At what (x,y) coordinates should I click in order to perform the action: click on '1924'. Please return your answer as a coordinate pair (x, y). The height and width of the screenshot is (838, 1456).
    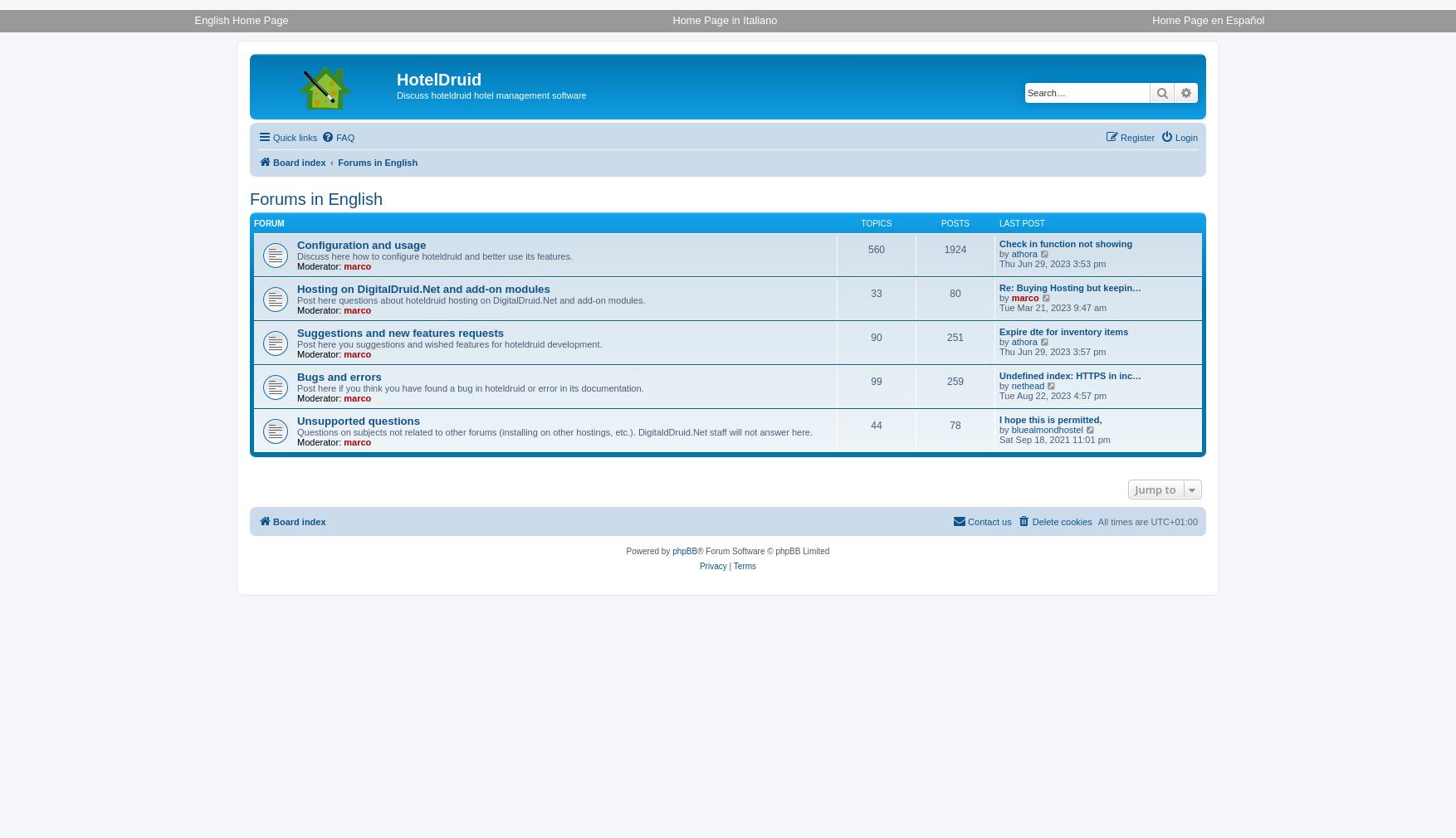
    Looking at the image, I should click on (943, 249).